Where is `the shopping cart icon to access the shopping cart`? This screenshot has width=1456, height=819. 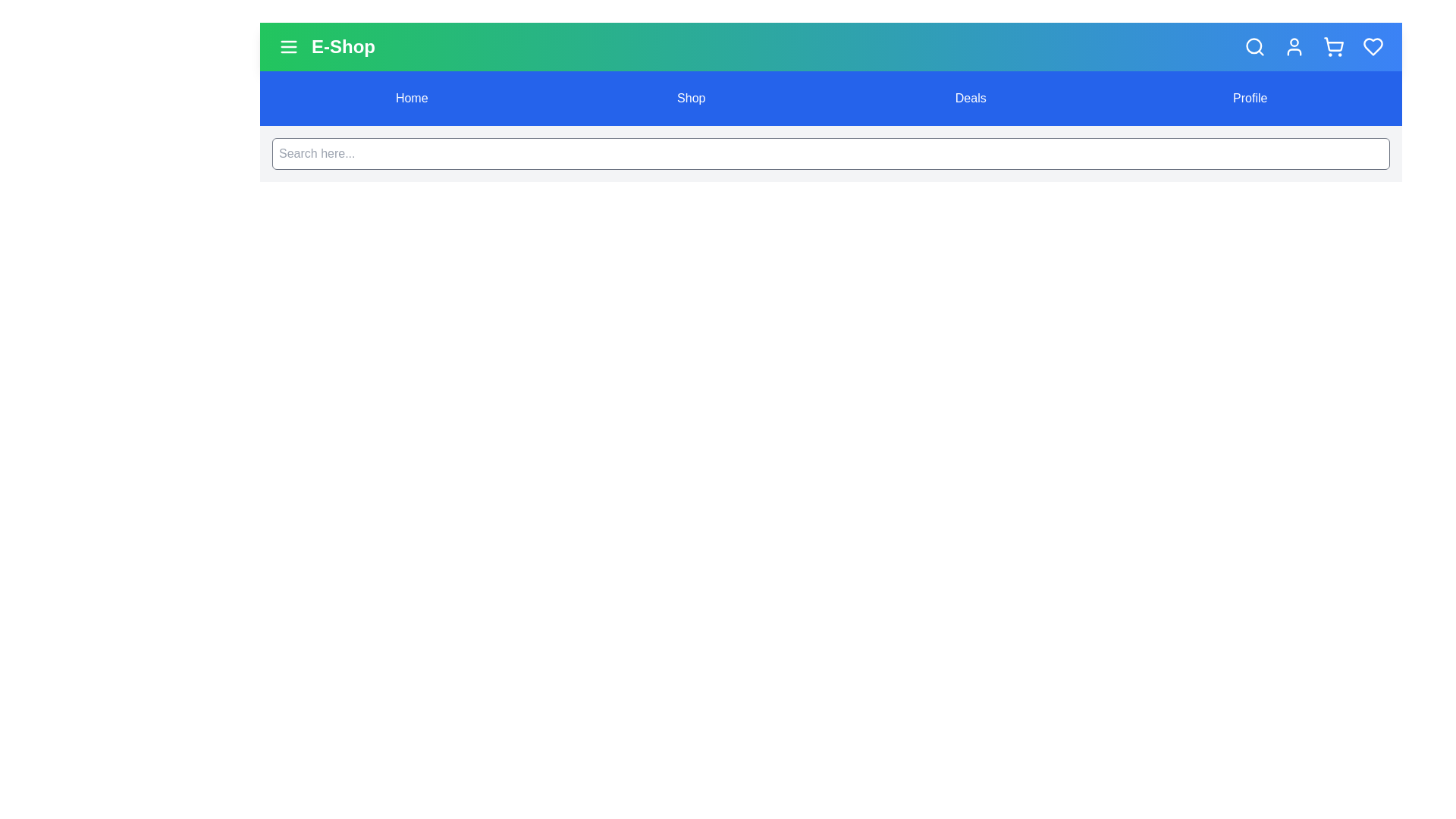
the shopping cart icon to access the shopping cart is located at coordinates (1332, 45).